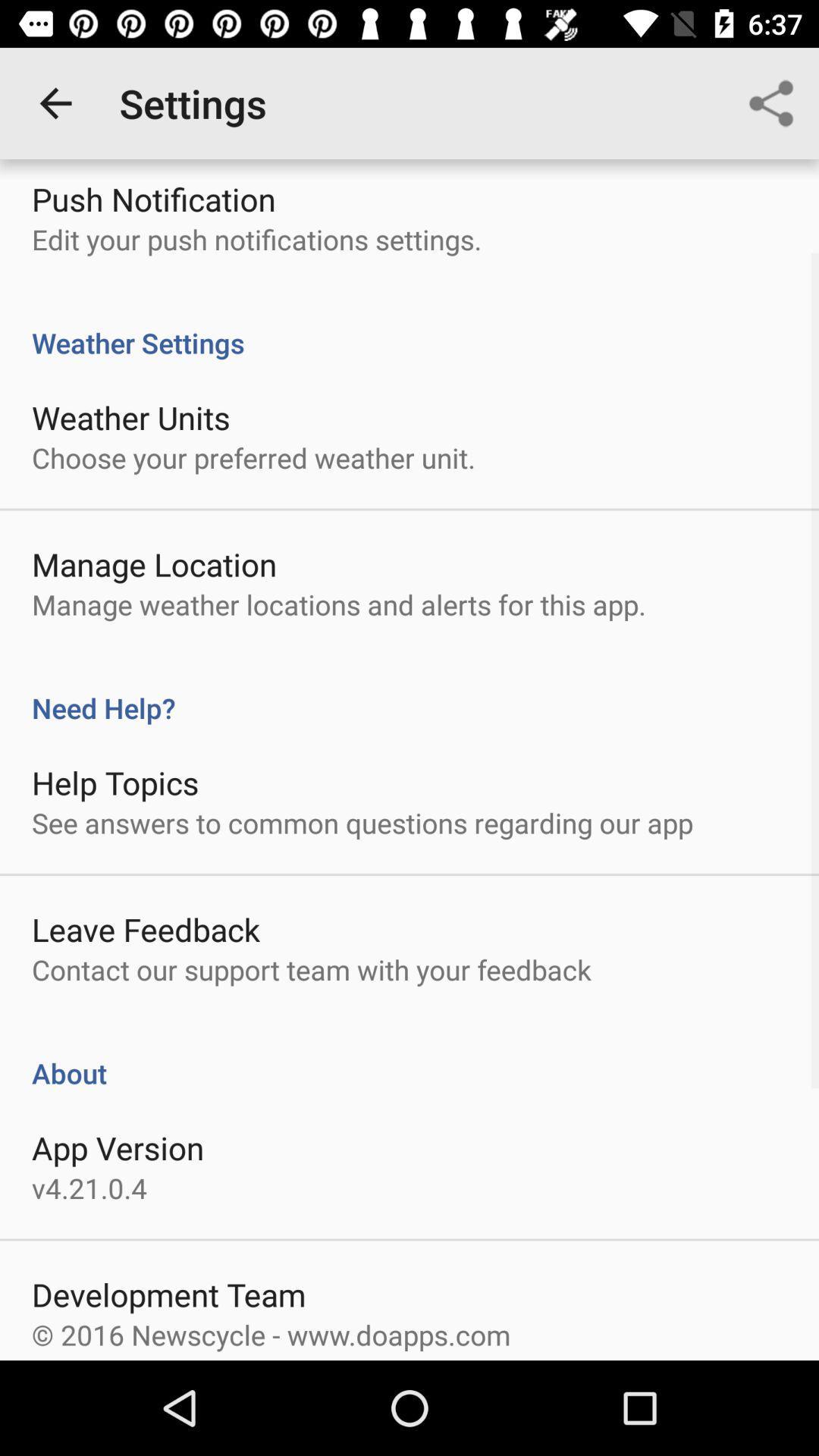 Image resolution: width=819 pixels, height=1456 pixels. I want to click on the need help?, so click(409, 691).